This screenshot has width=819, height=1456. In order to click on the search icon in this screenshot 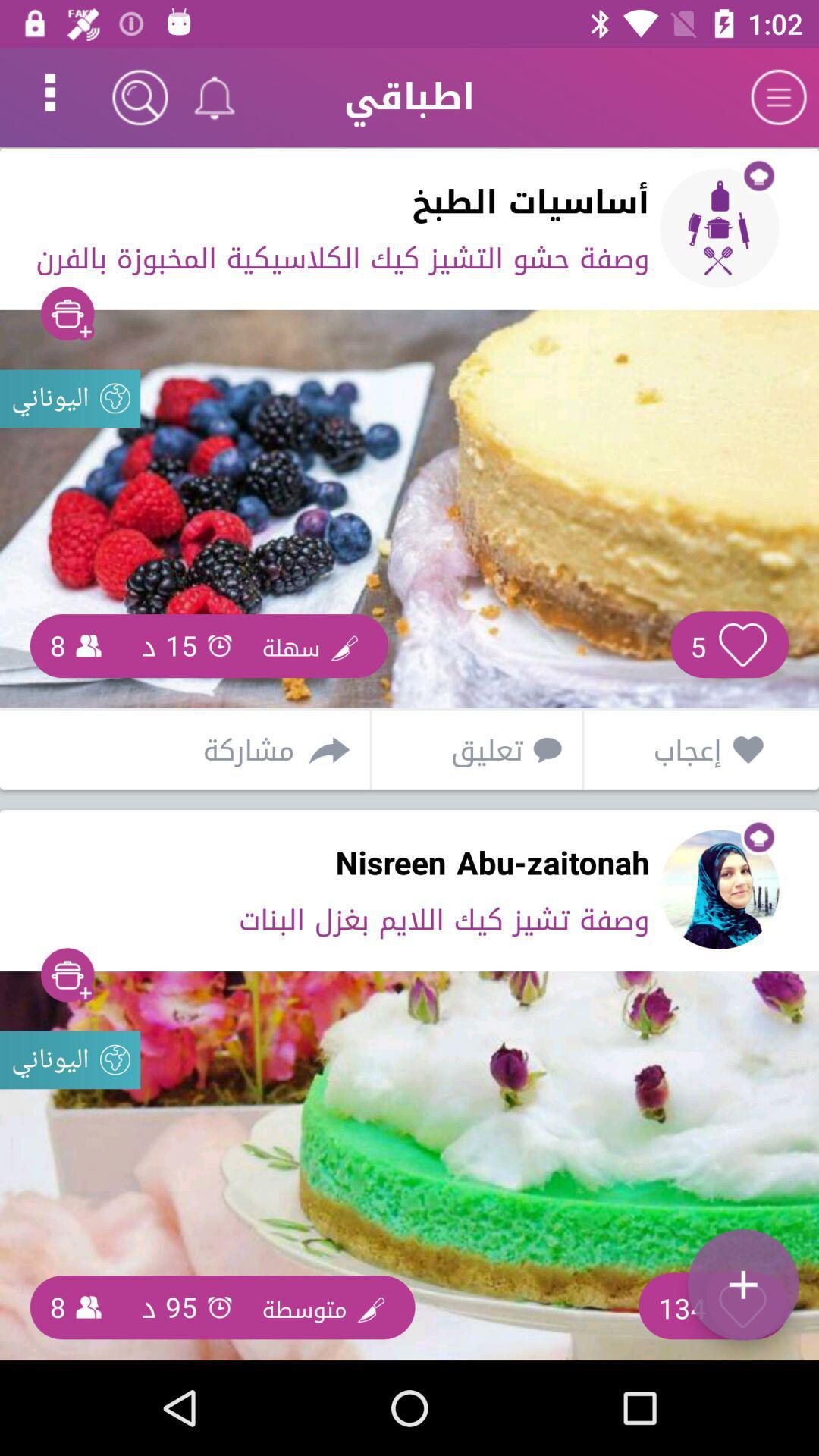, I will do `click(140, 96)`.